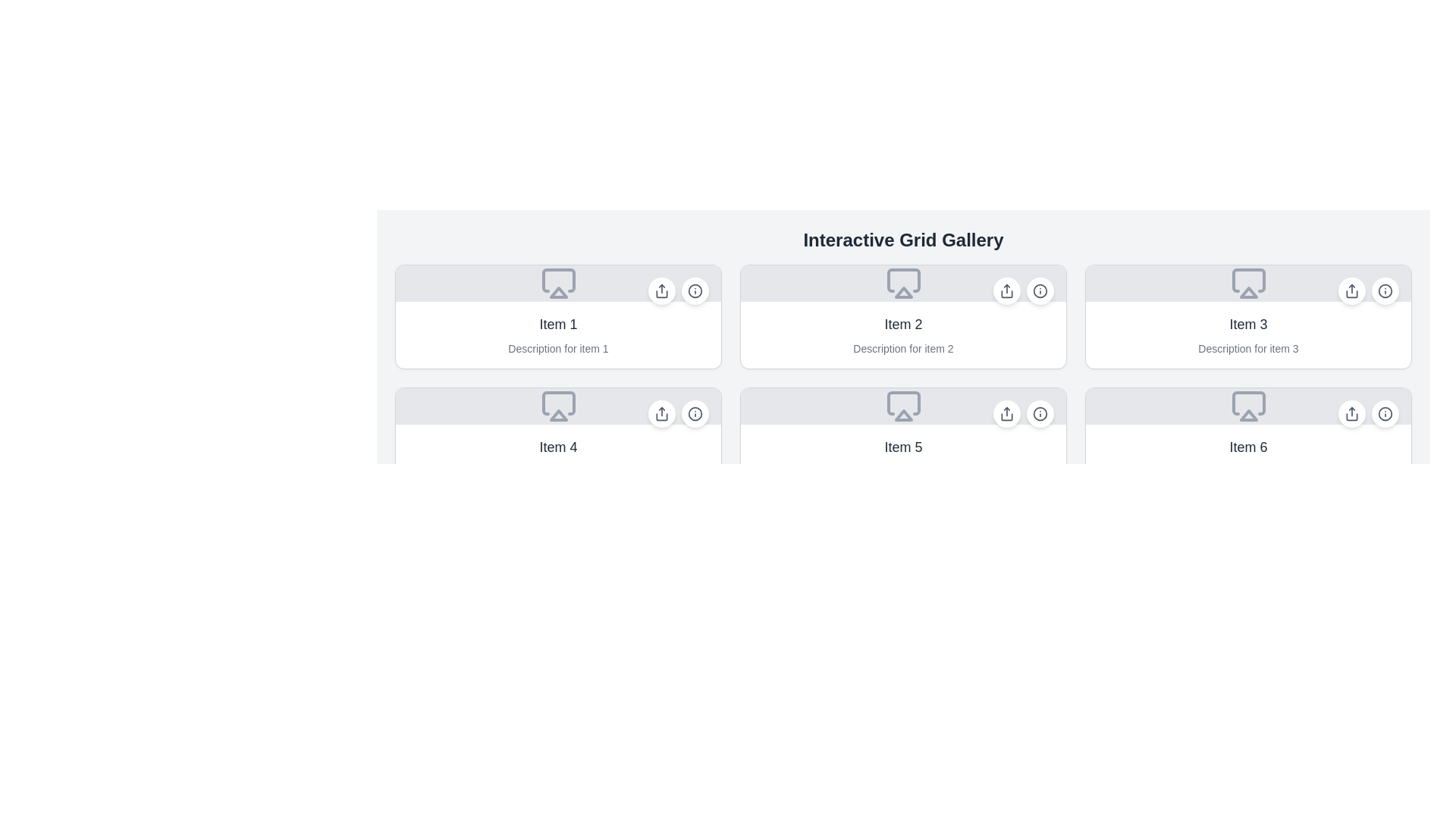  Describe the element at coordinates (557, 403) in the screenshot. I see `the media display icon located directly below 'Item 4' in the second row of the grid layout` at that location.